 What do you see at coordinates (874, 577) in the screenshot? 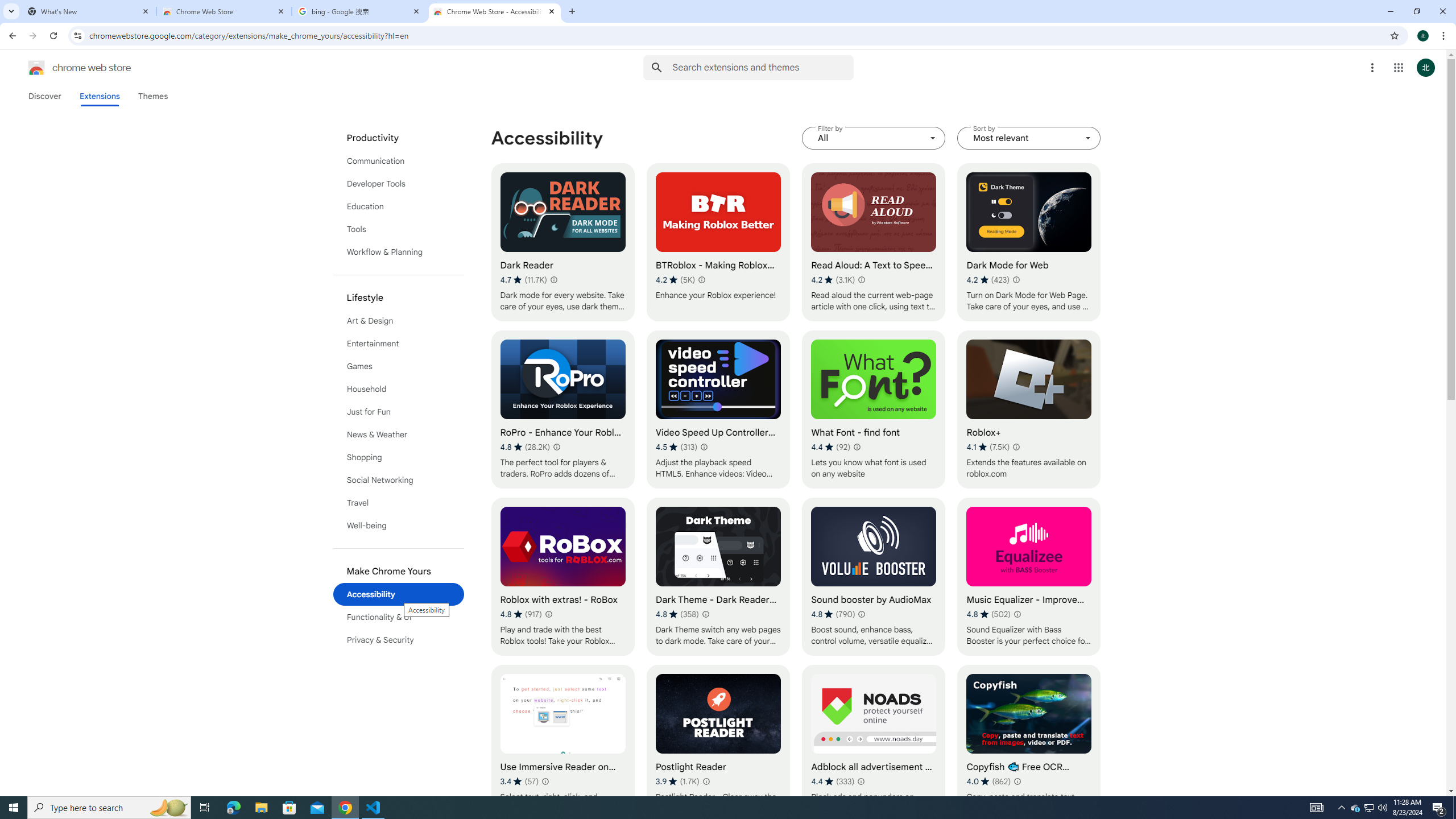
I see `'Sound booster by AudioMax'` at bounding box center [874, 577].